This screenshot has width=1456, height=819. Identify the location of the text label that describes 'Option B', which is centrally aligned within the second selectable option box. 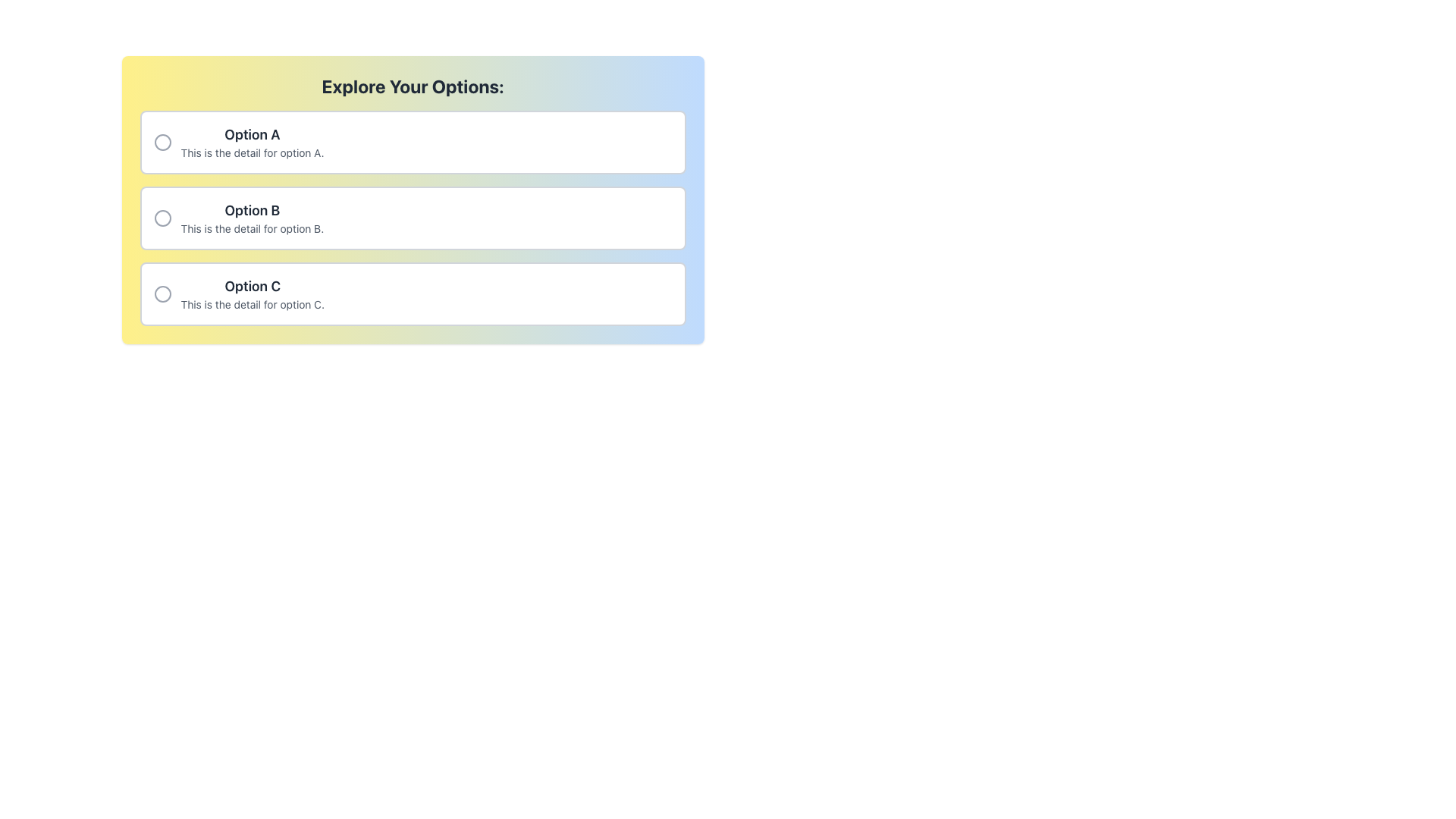
(252, 218).